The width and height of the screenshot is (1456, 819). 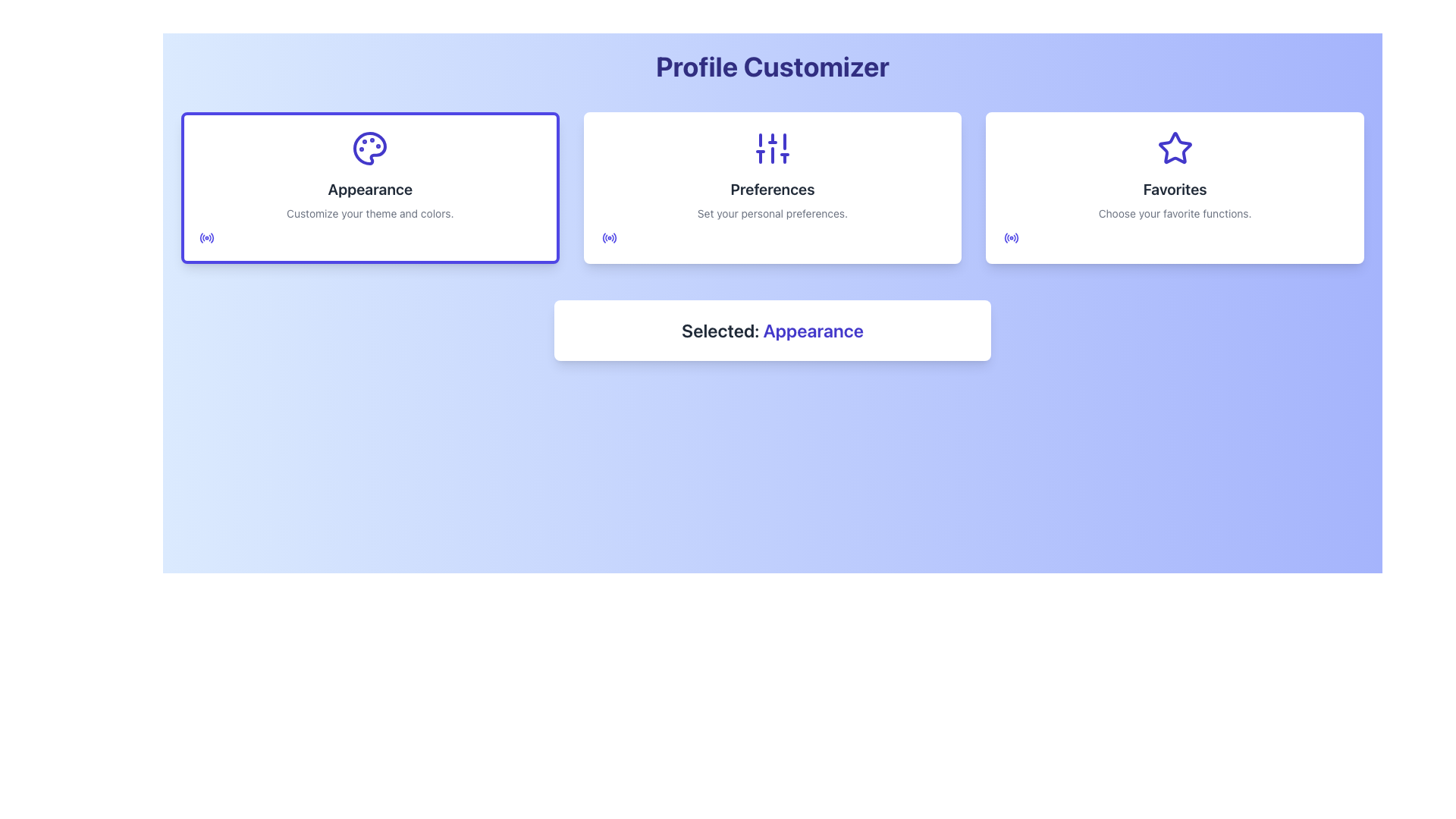 What do you see at coordinates (370, 189) in the screenshot?
I see `section heading label located centrally under the palette icon in the Appearance card for theme and colors customization` at bounding box center [370, 189].